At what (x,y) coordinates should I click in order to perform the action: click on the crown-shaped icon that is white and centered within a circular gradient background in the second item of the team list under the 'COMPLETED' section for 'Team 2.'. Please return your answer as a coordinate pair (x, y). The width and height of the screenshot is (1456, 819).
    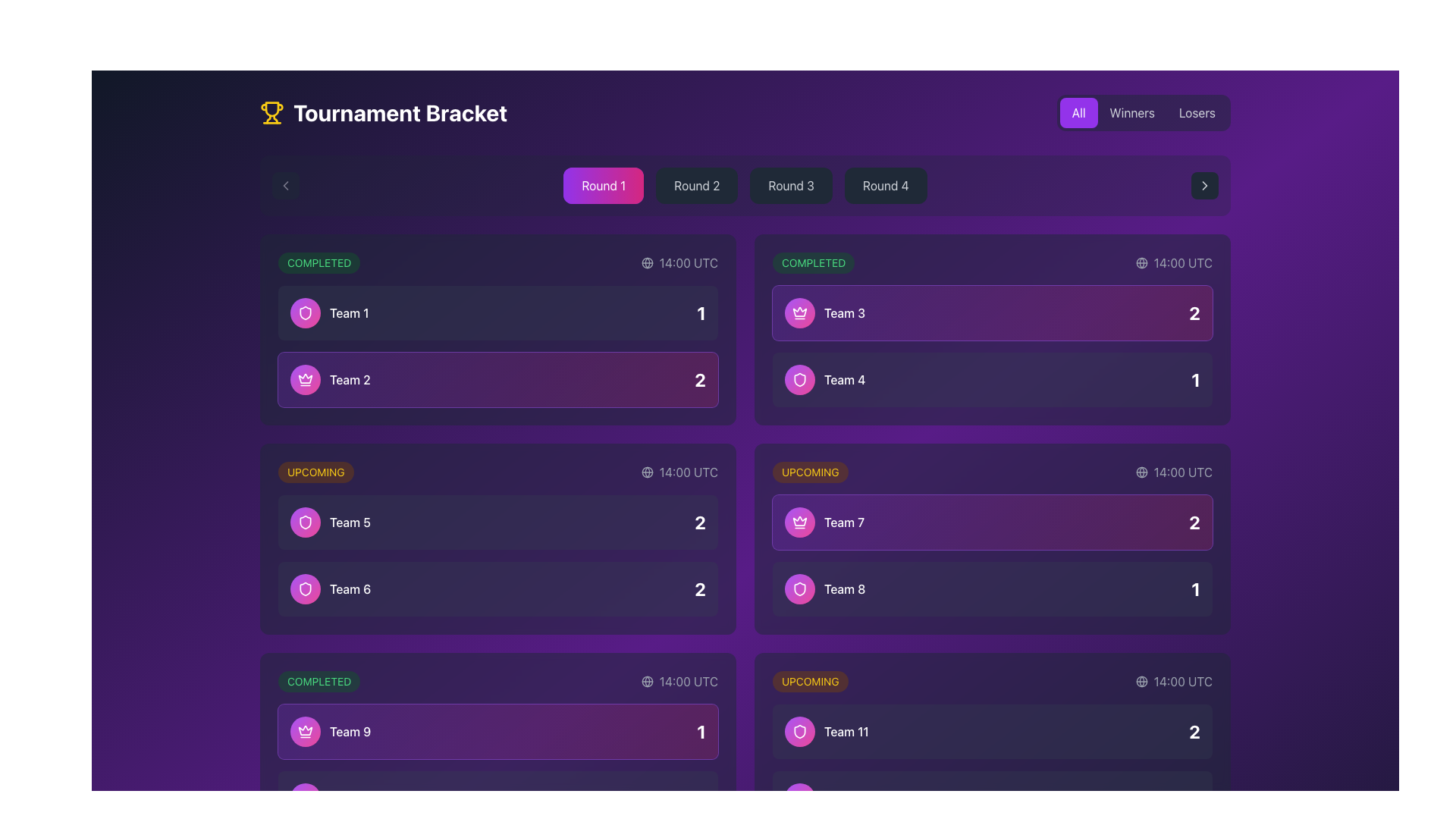
    Looking at the image, I should click on (305, 379).